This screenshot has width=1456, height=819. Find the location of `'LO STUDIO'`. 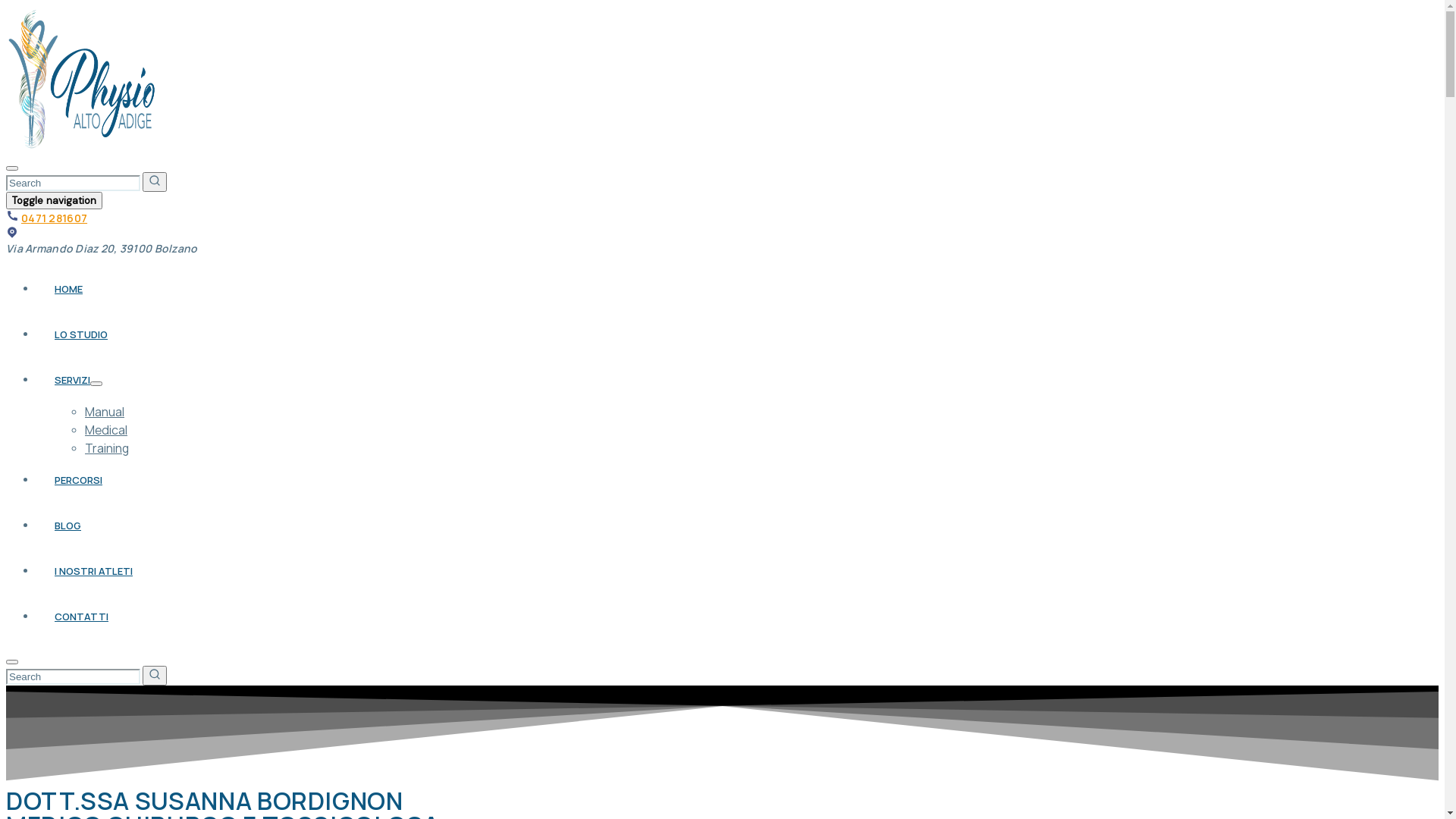

'LO STUDIO' is located at coordinates (80, 333).